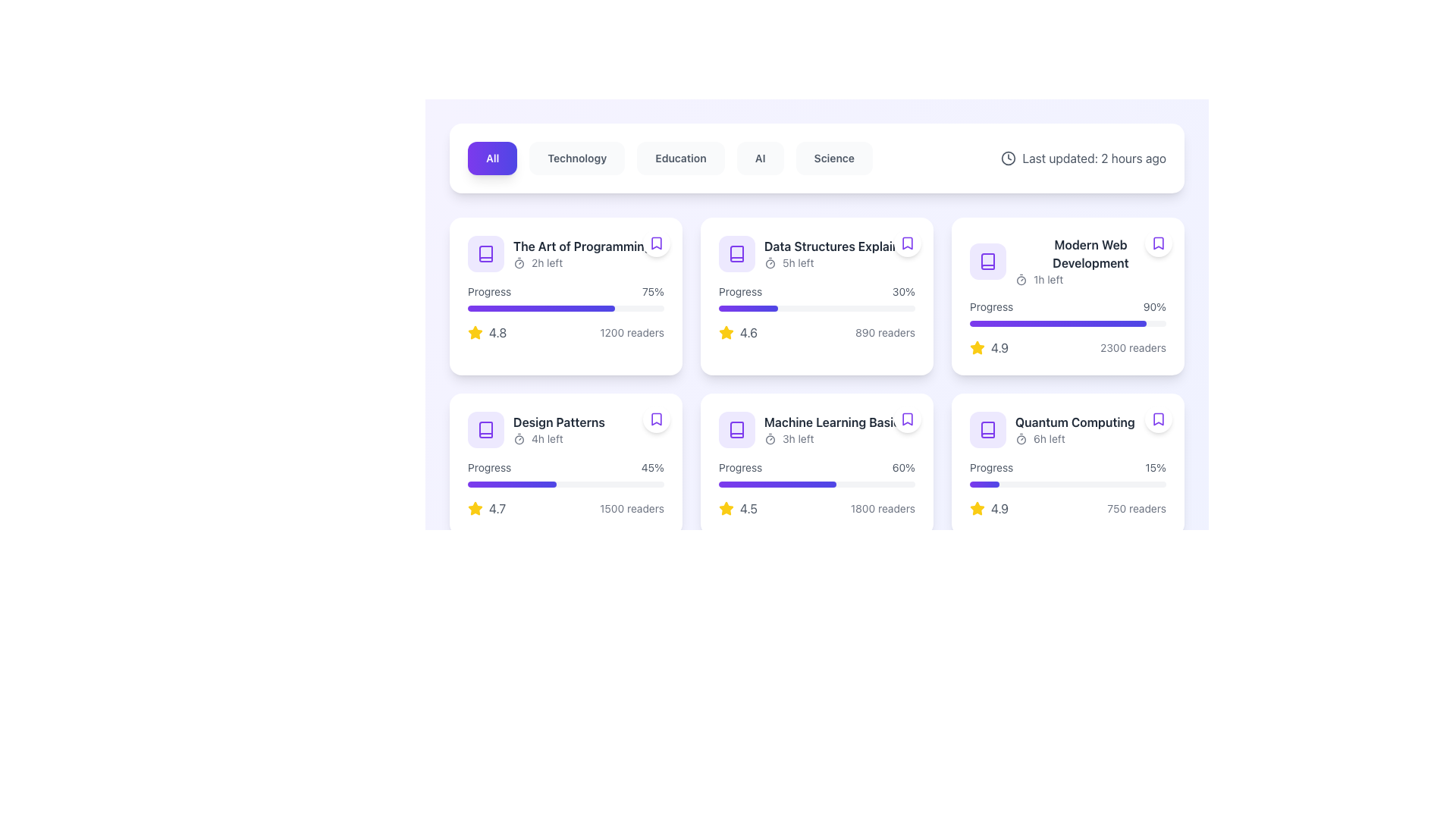 This screenshot has width=1456, height=819. I want to click on the horizontal progress bar with a gradient color transitioning from violet to indigo, located centrally in the progress section of the 'Modern Web Development' card, so click(1057, 323).